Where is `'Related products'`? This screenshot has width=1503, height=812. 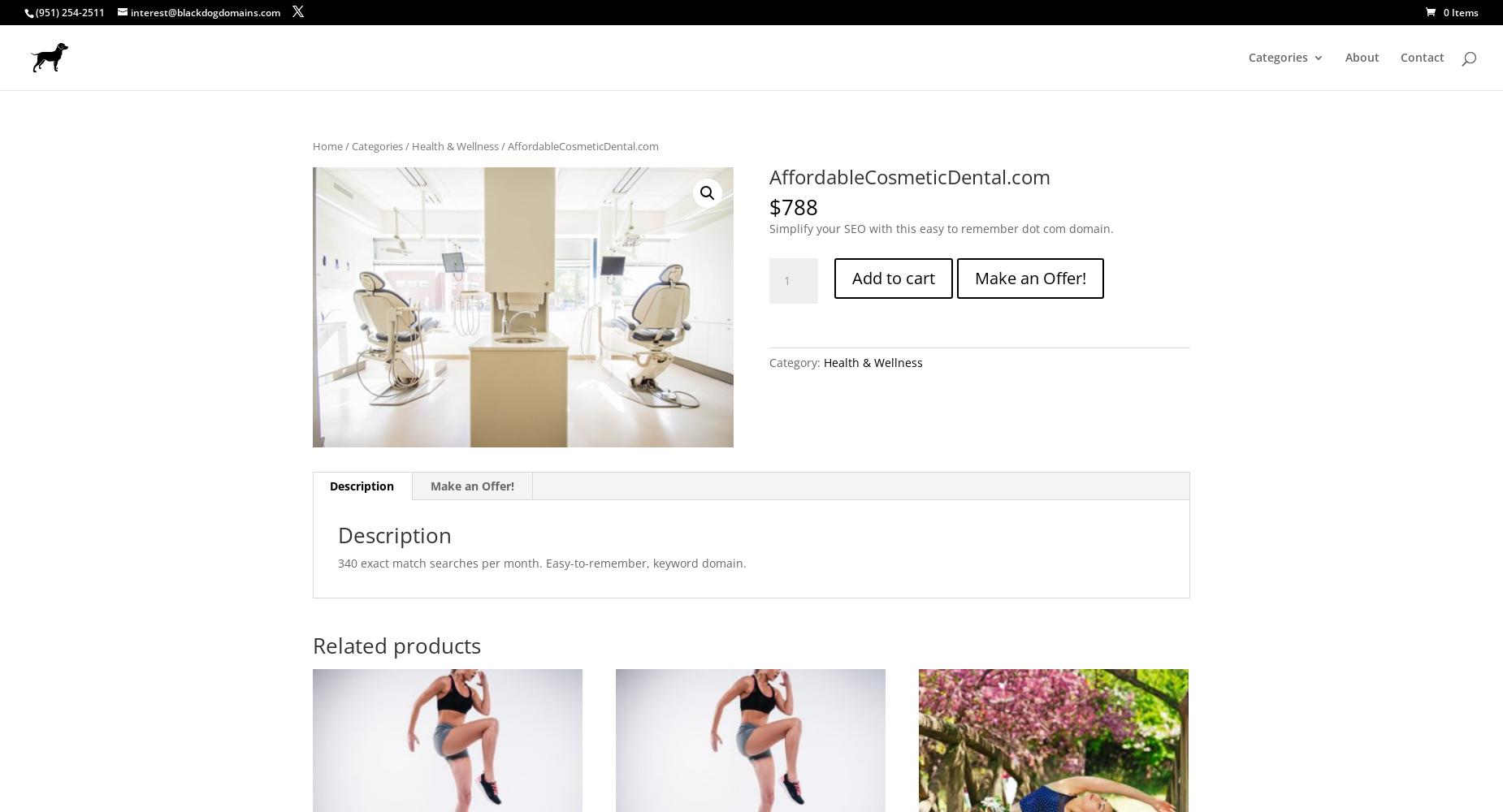
'Related products' is located at coordinates (311, 646).